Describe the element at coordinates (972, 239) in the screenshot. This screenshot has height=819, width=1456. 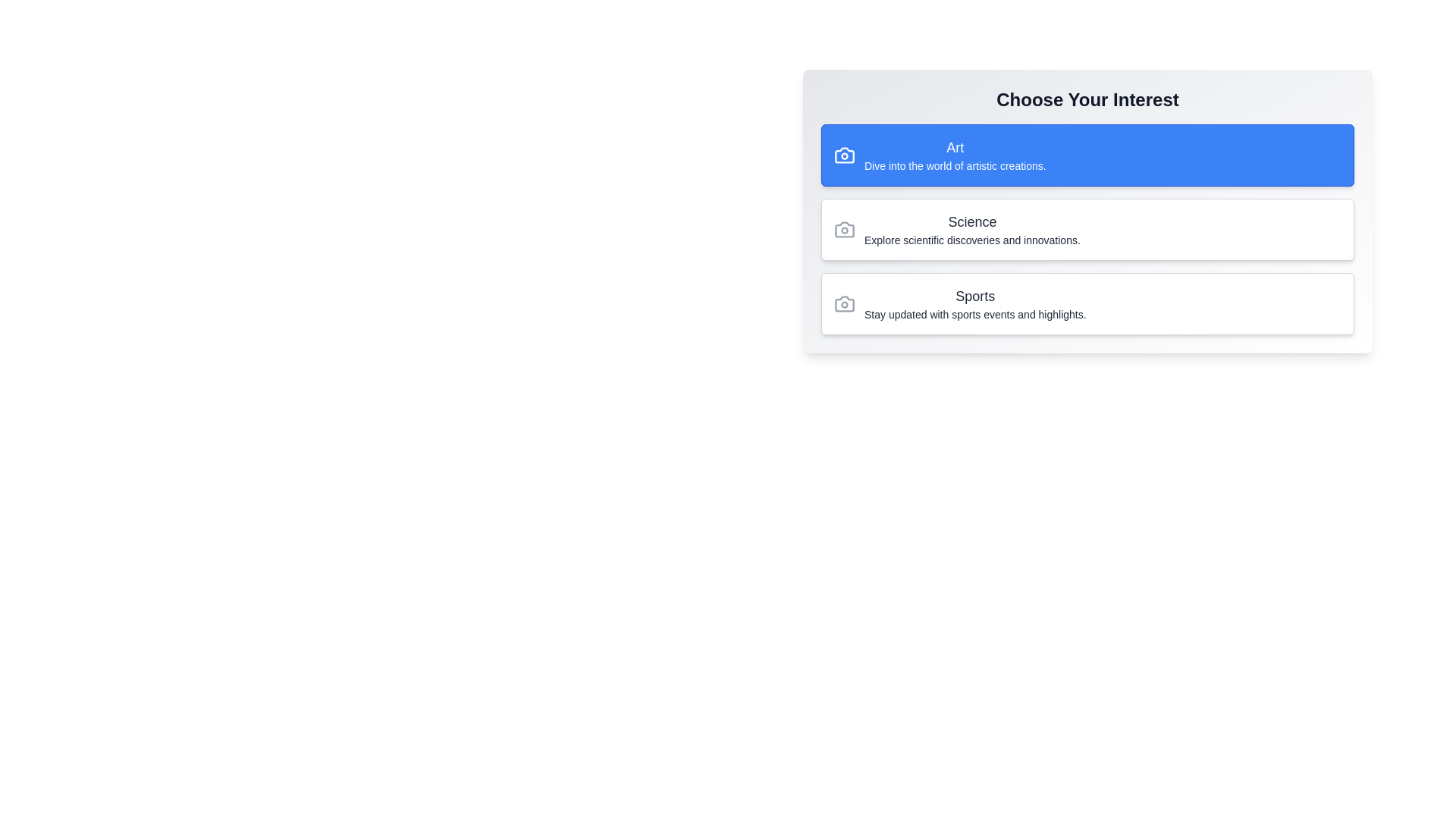
I see `the text element that reads 'Explore scientific discoveries and innovations.' located beneath the title 'Science' in the vertical list of choices` at that location.